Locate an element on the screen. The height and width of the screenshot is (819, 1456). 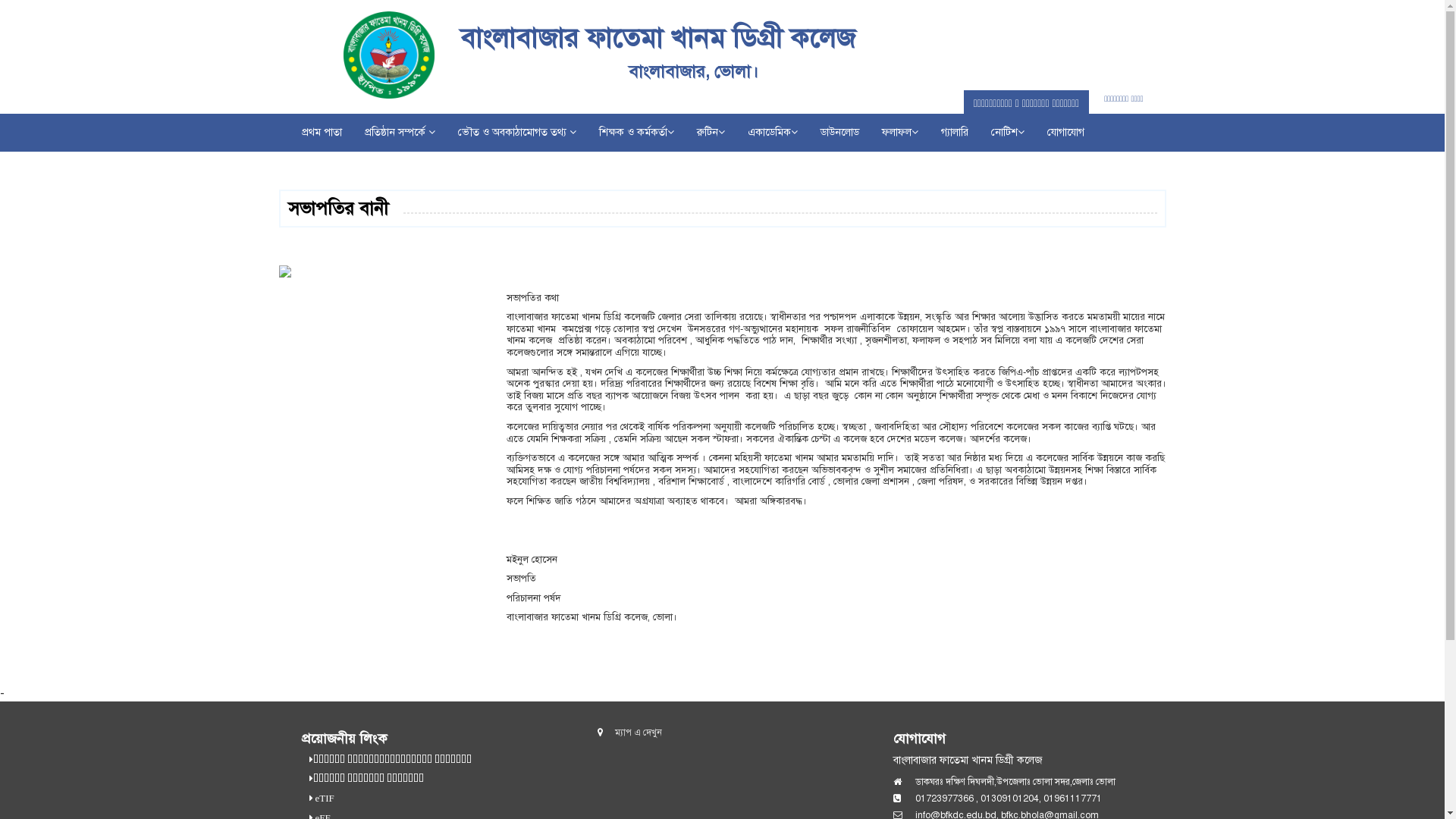
'eTIF' is located at coordinates (322, 798).